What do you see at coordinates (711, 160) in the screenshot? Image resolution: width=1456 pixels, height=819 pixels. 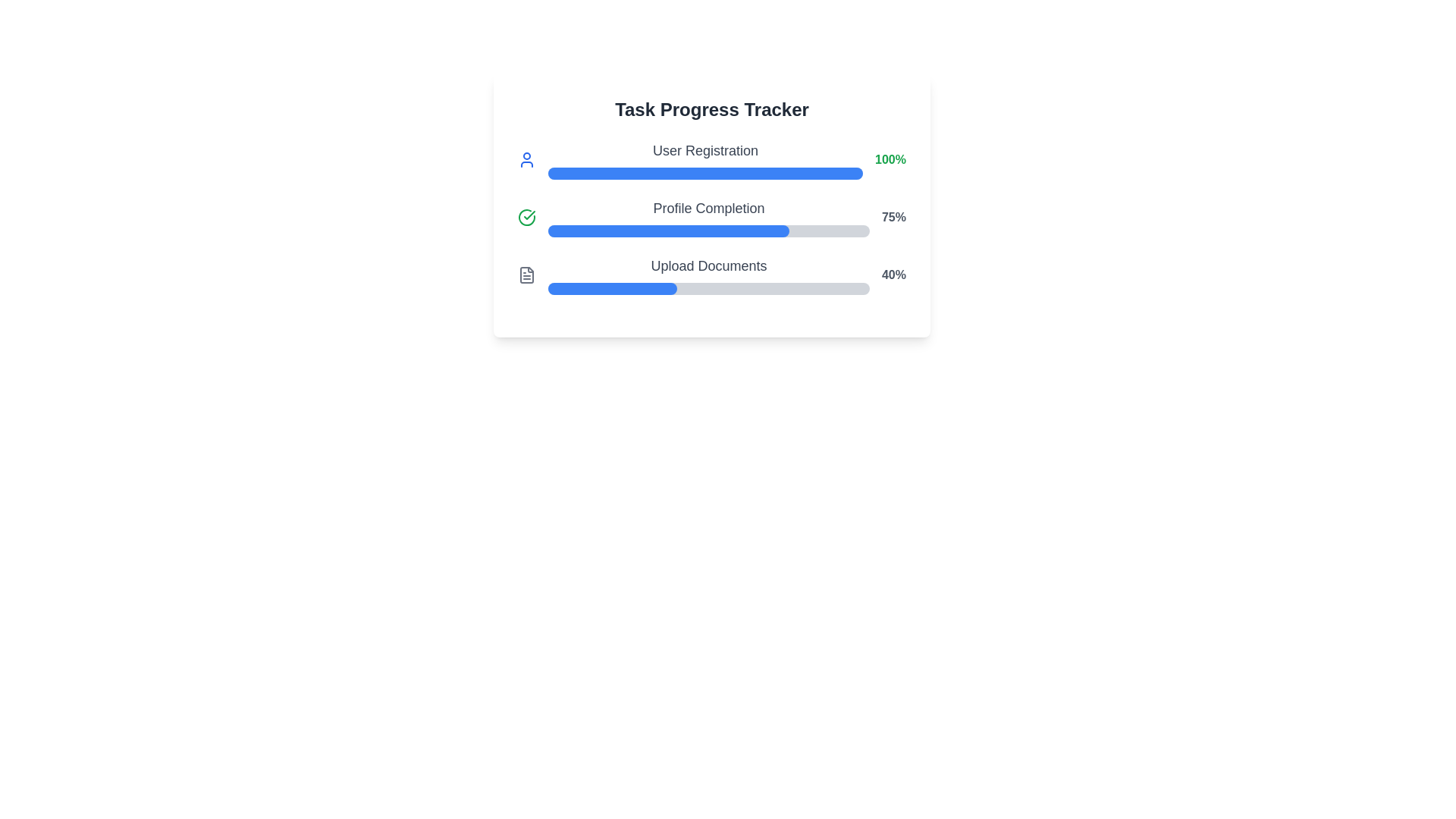 I see `the first progress indicator for the 'User Registration' task, which displays completion status and percentage on a white background, positioned above the 'Profile Completion' and 'Upload Documents' sections` at bounding box center [711, 160].